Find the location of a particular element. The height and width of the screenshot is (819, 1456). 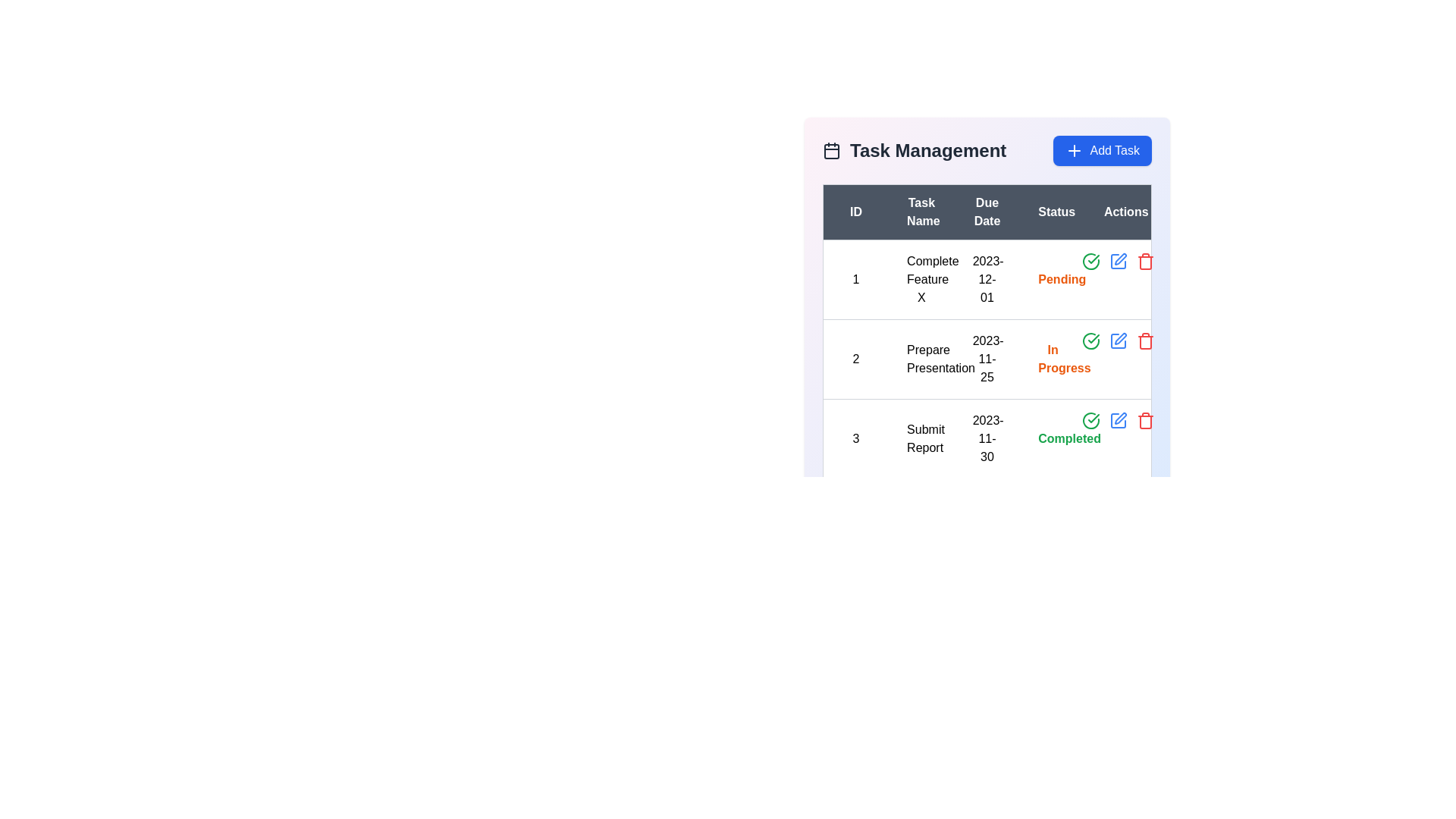

the 'Status' header cell in the table, which is the fourth column header, displayed in white text on a dark gray background is located at coordinates (1052, 212).